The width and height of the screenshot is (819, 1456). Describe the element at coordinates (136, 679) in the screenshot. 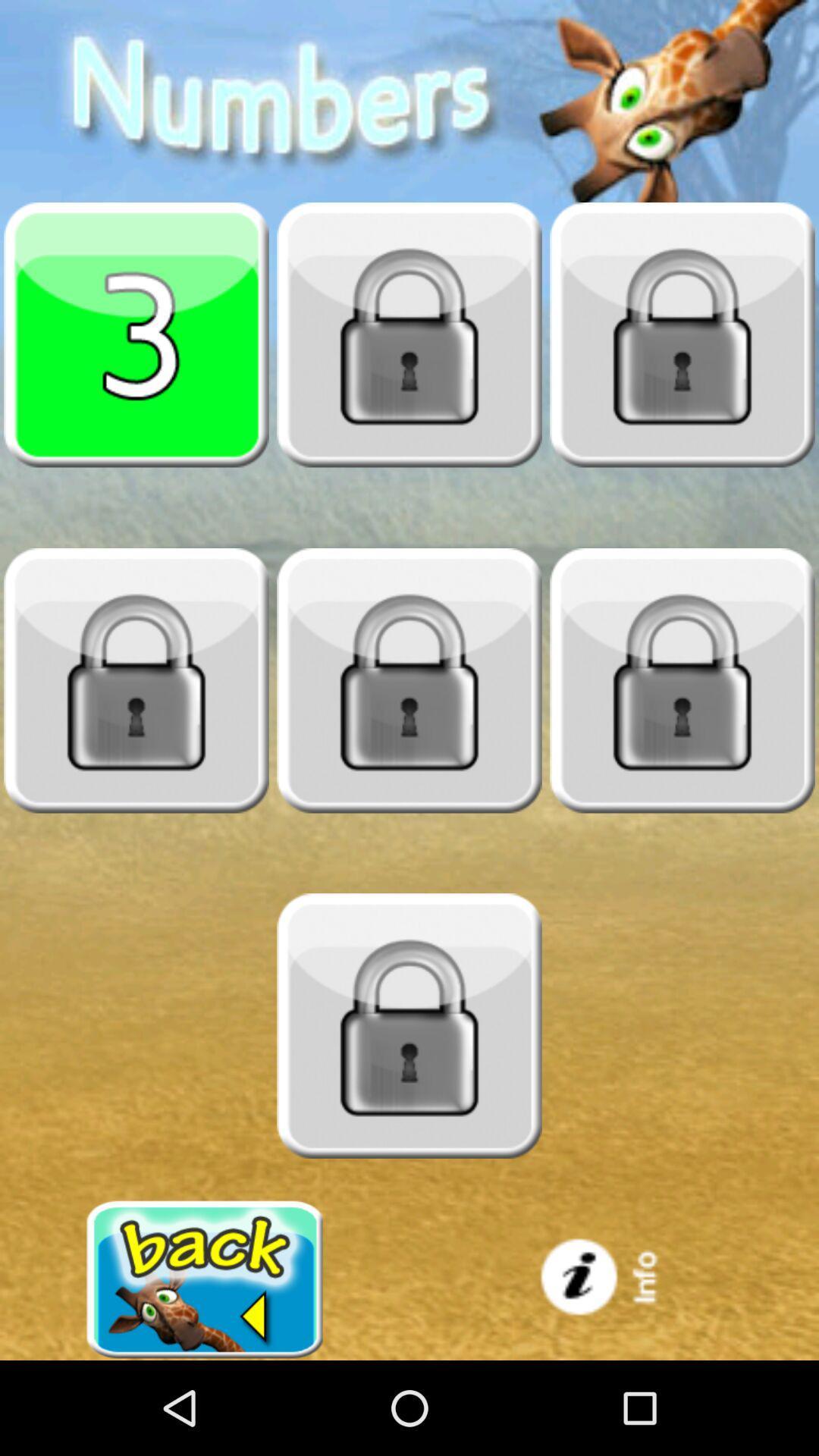

I see `unlock` at that location.